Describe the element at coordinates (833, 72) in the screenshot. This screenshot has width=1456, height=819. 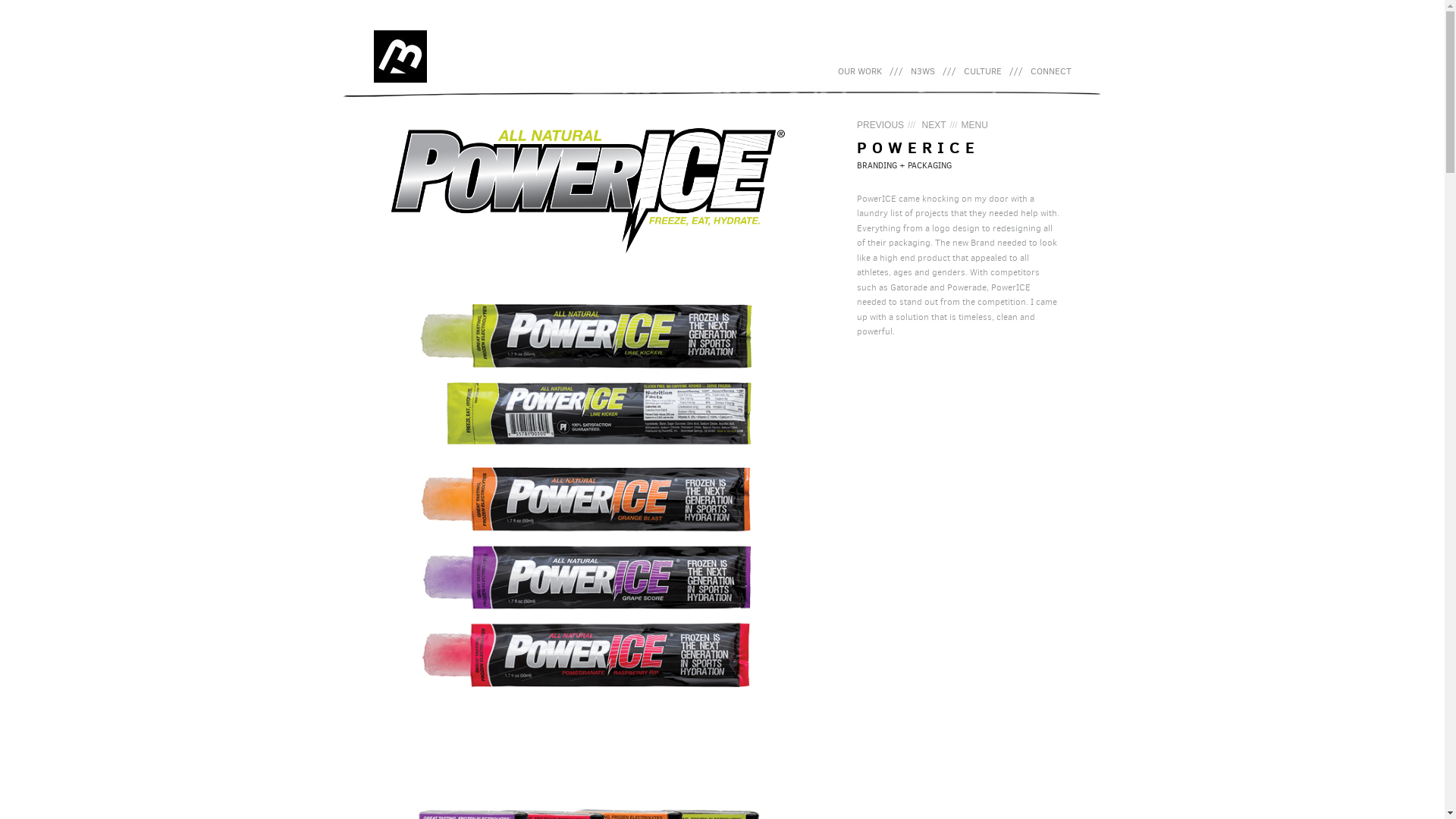
I see `'OUR WORK'` at that location.